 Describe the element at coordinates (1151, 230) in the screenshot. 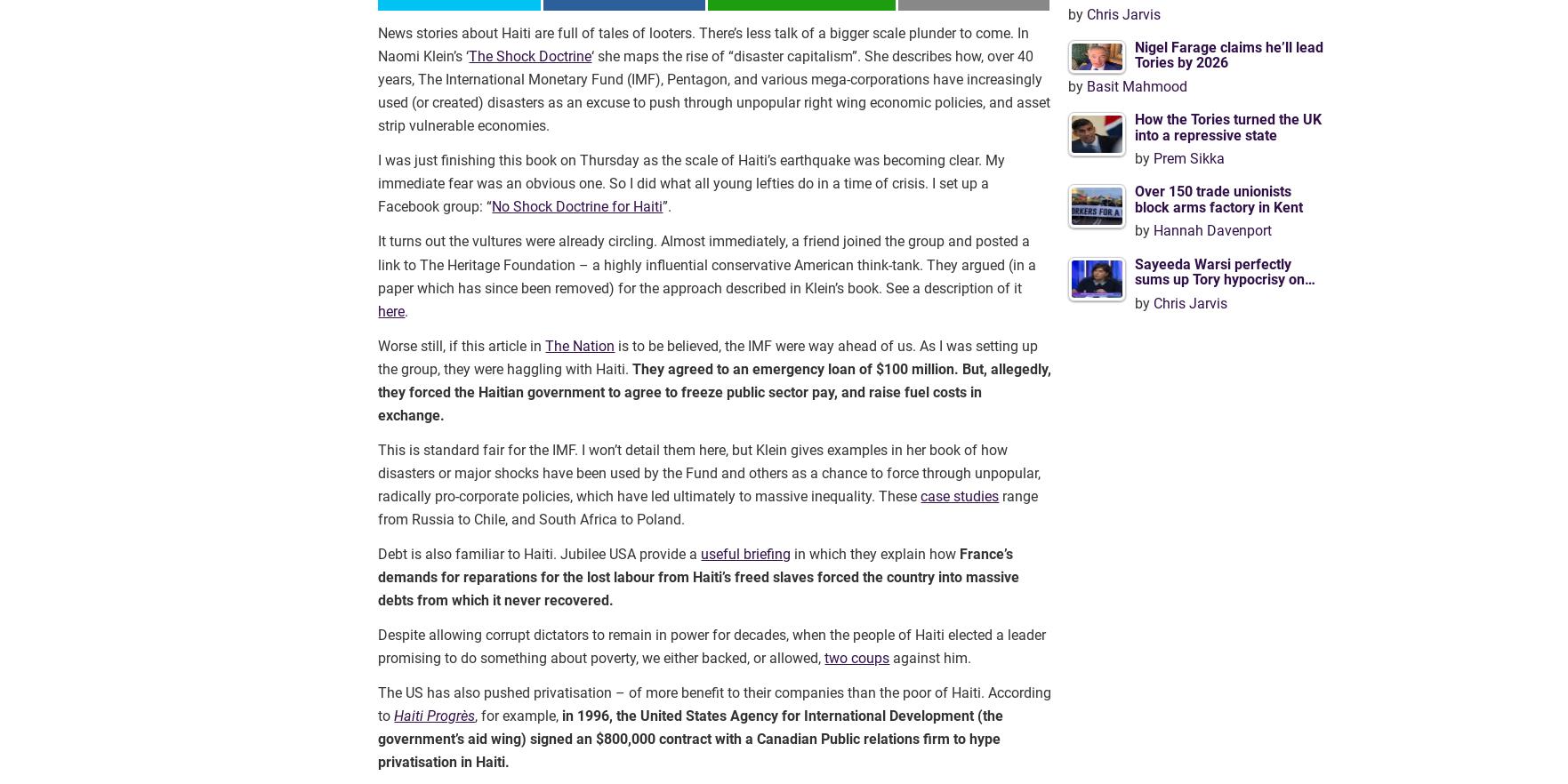

I see `'Hannah Davenport'` at that location.